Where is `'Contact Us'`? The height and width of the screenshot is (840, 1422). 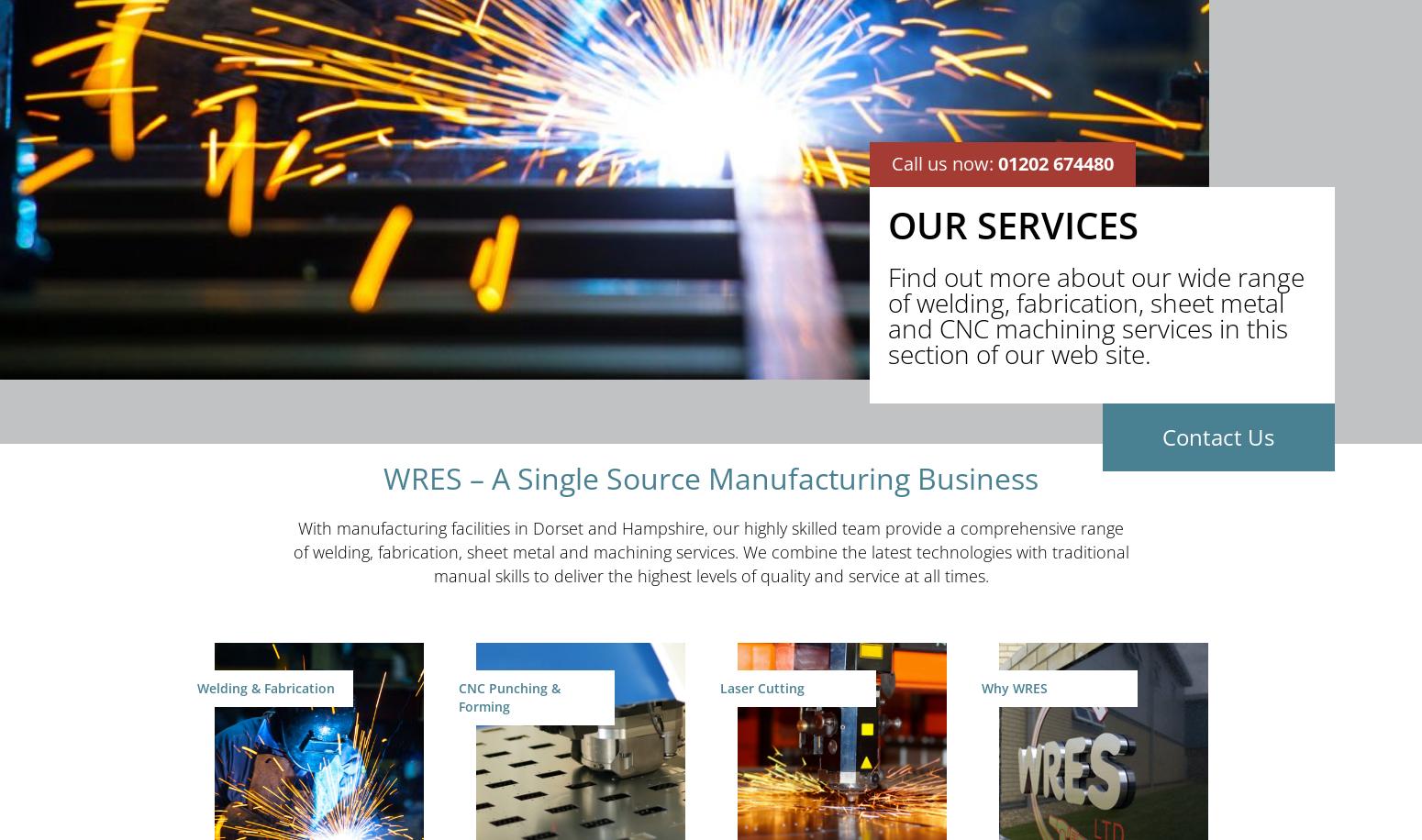
'Contact Us' is located at coordinates (1218, 436).